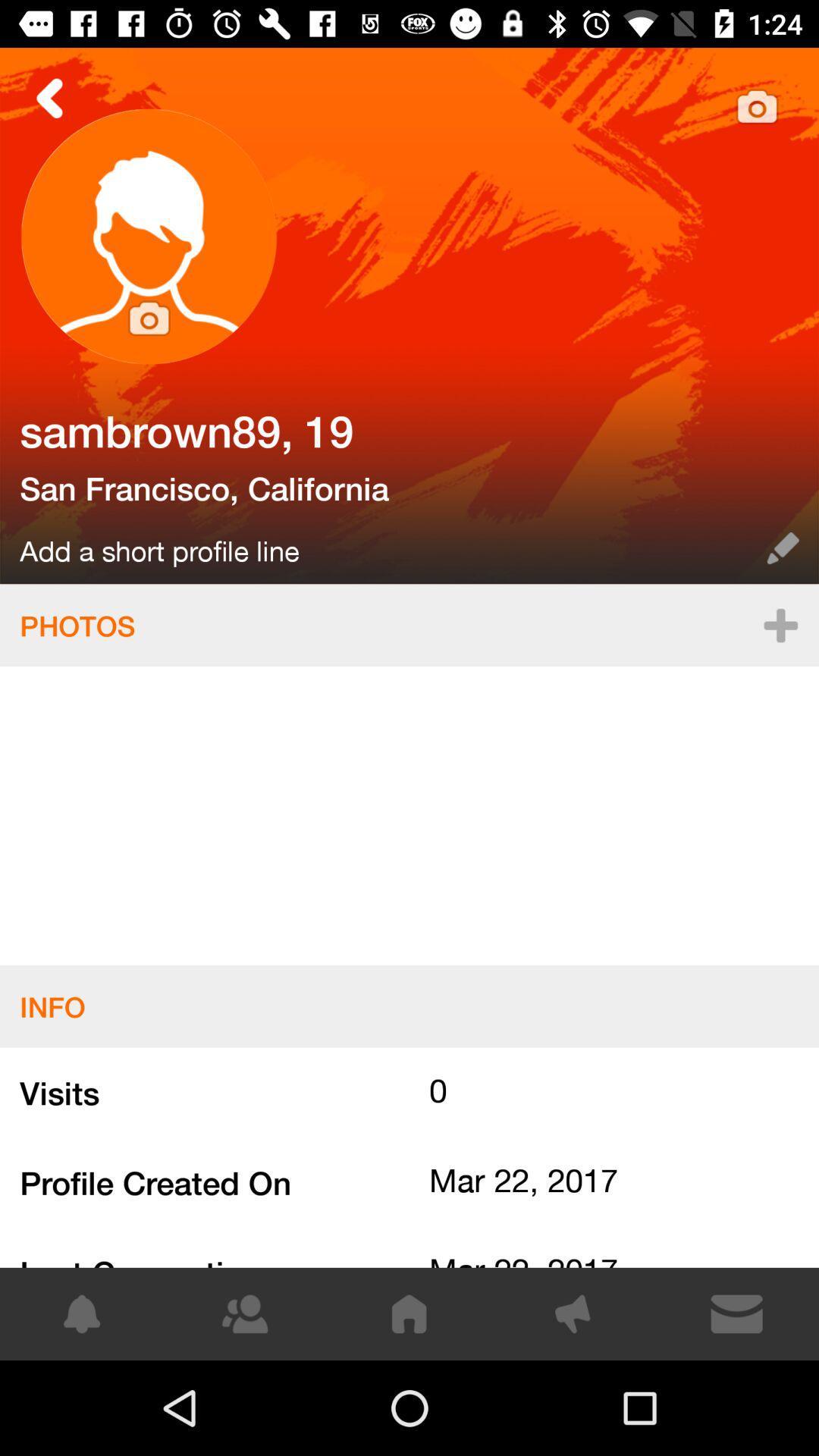  Describe the element at coordinates (780, 625) in the screenshot. I see `the add icon` at that location.